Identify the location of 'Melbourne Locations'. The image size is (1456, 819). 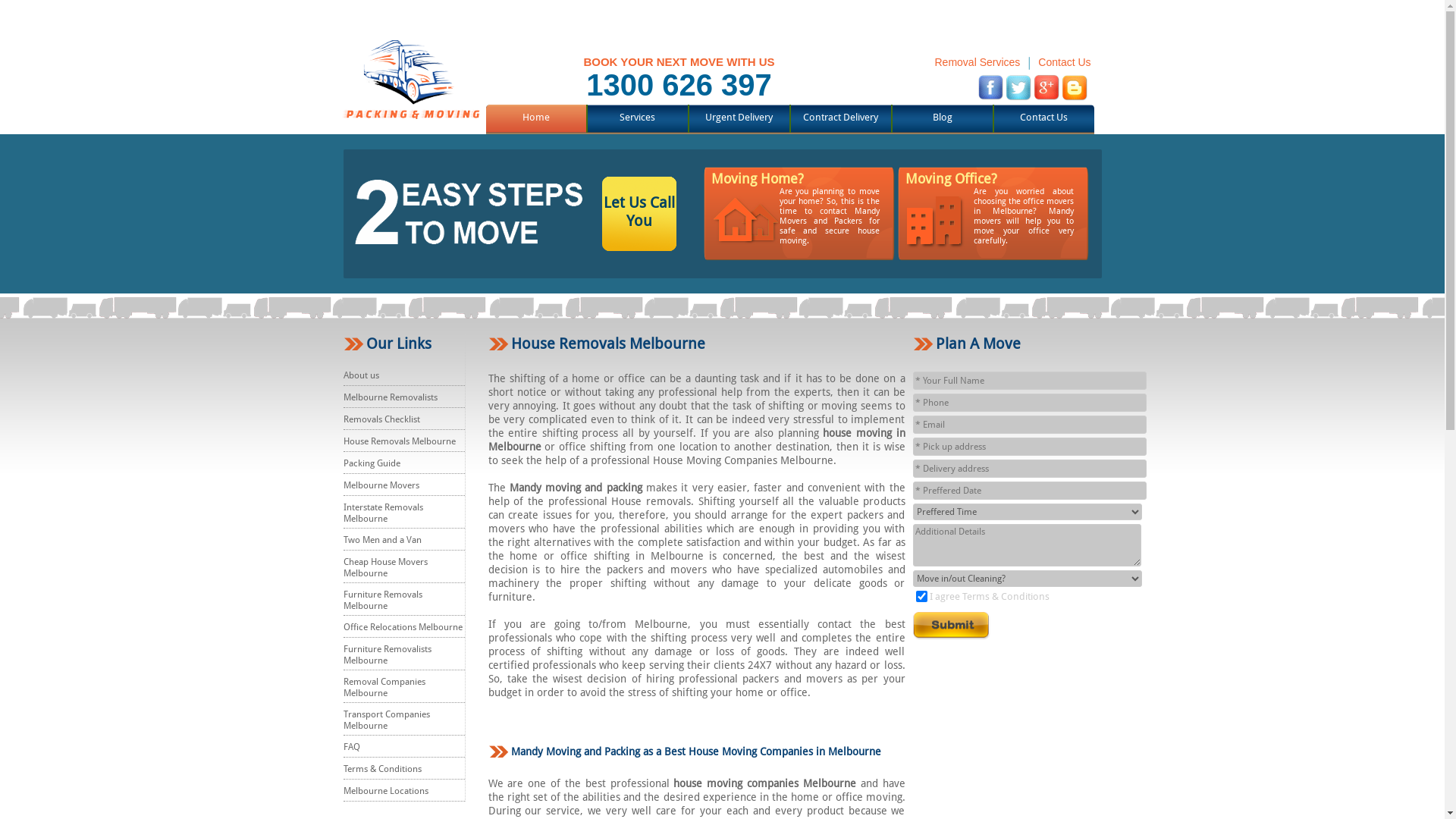
(385, 789).